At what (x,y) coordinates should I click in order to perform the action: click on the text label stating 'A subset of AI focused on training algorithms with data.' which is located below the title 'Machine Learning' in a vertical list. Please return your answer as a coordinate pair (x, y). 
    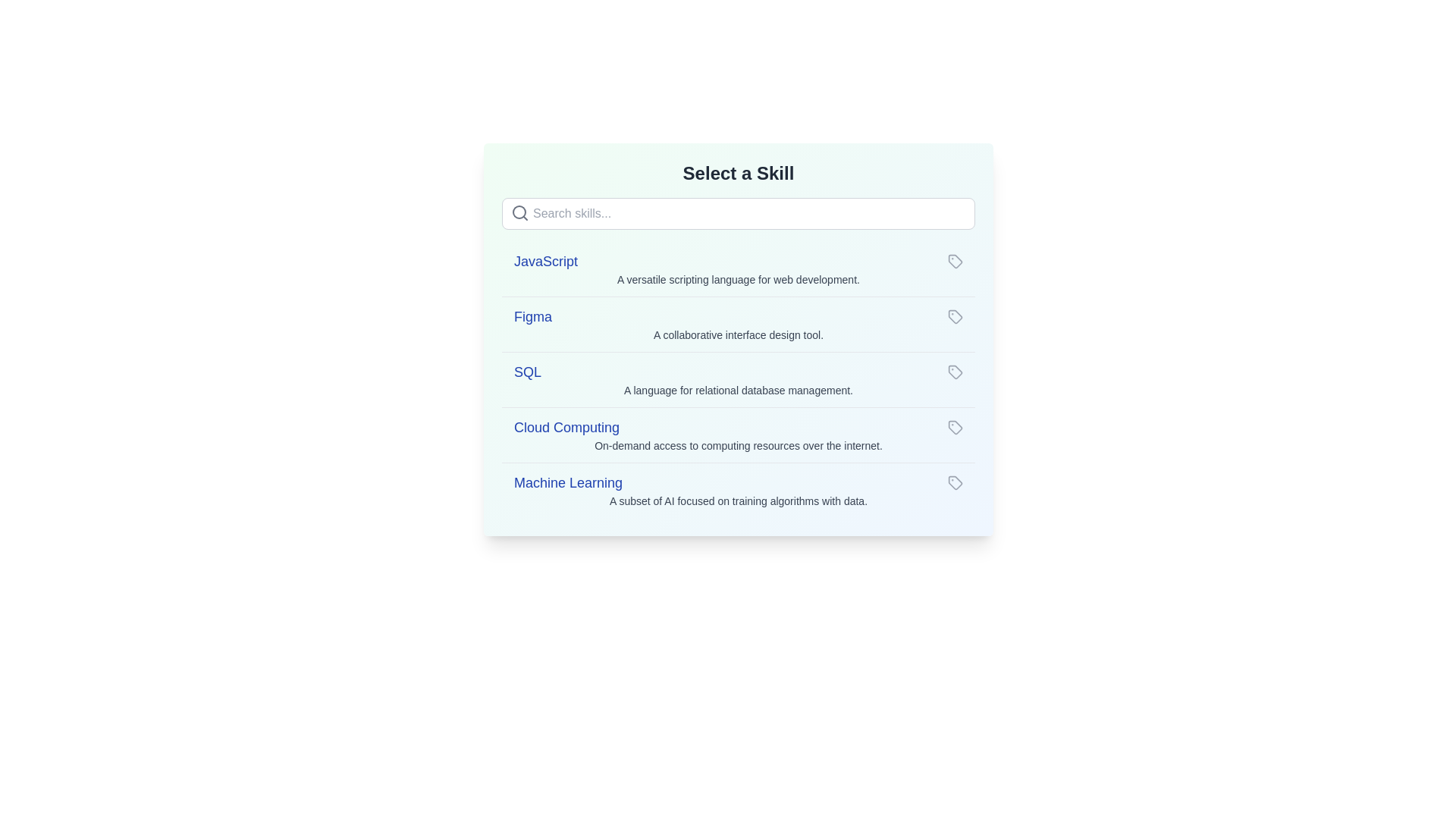
    Looking at the image, I should click on (739, 500).